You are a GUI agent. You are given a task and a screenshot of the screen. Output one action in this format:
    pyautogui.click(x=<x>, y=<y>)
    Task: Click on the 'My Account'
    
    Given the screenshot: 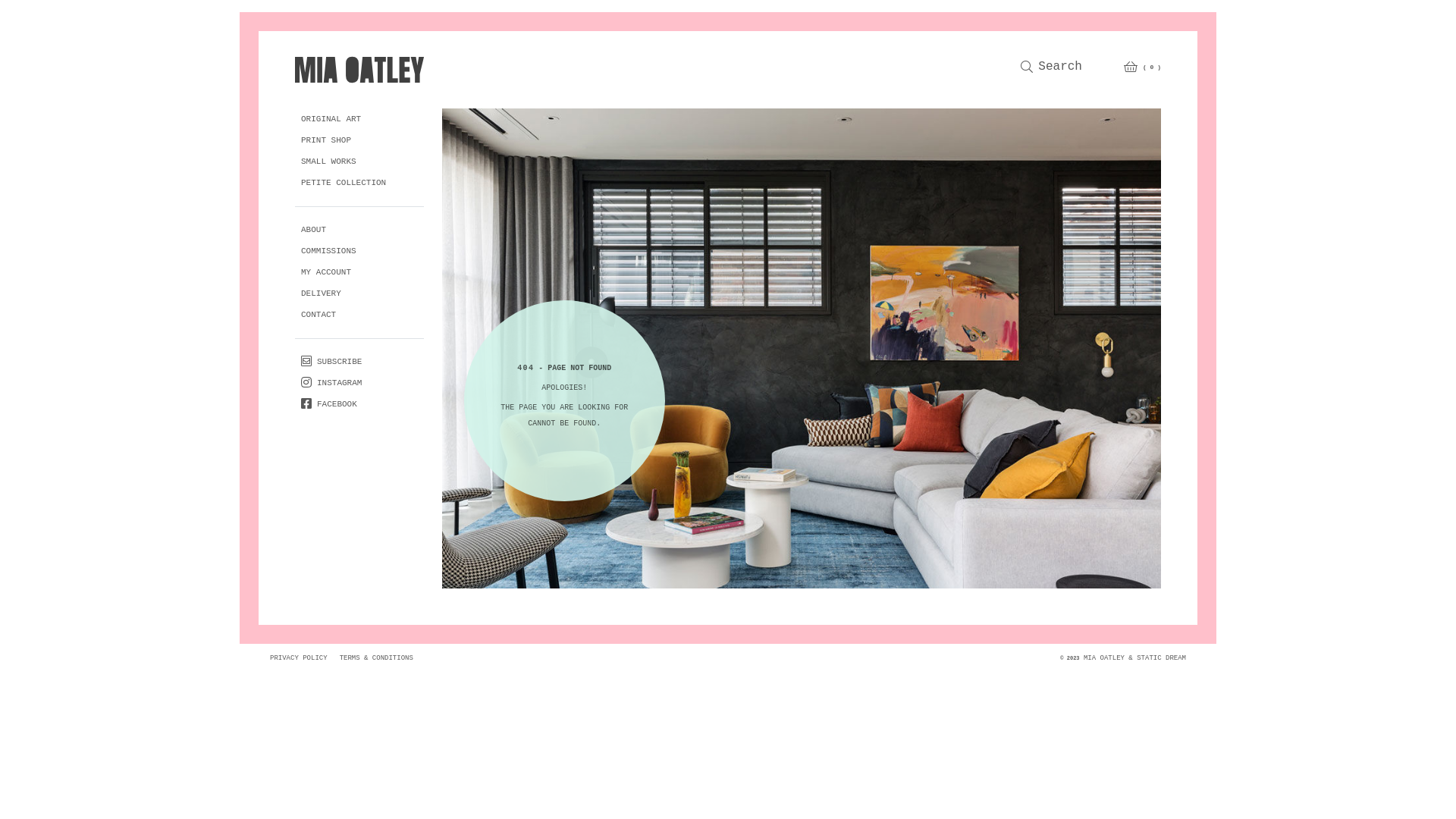 What is the action you would take?
    pyautogui.click(x=294, y=271)
    